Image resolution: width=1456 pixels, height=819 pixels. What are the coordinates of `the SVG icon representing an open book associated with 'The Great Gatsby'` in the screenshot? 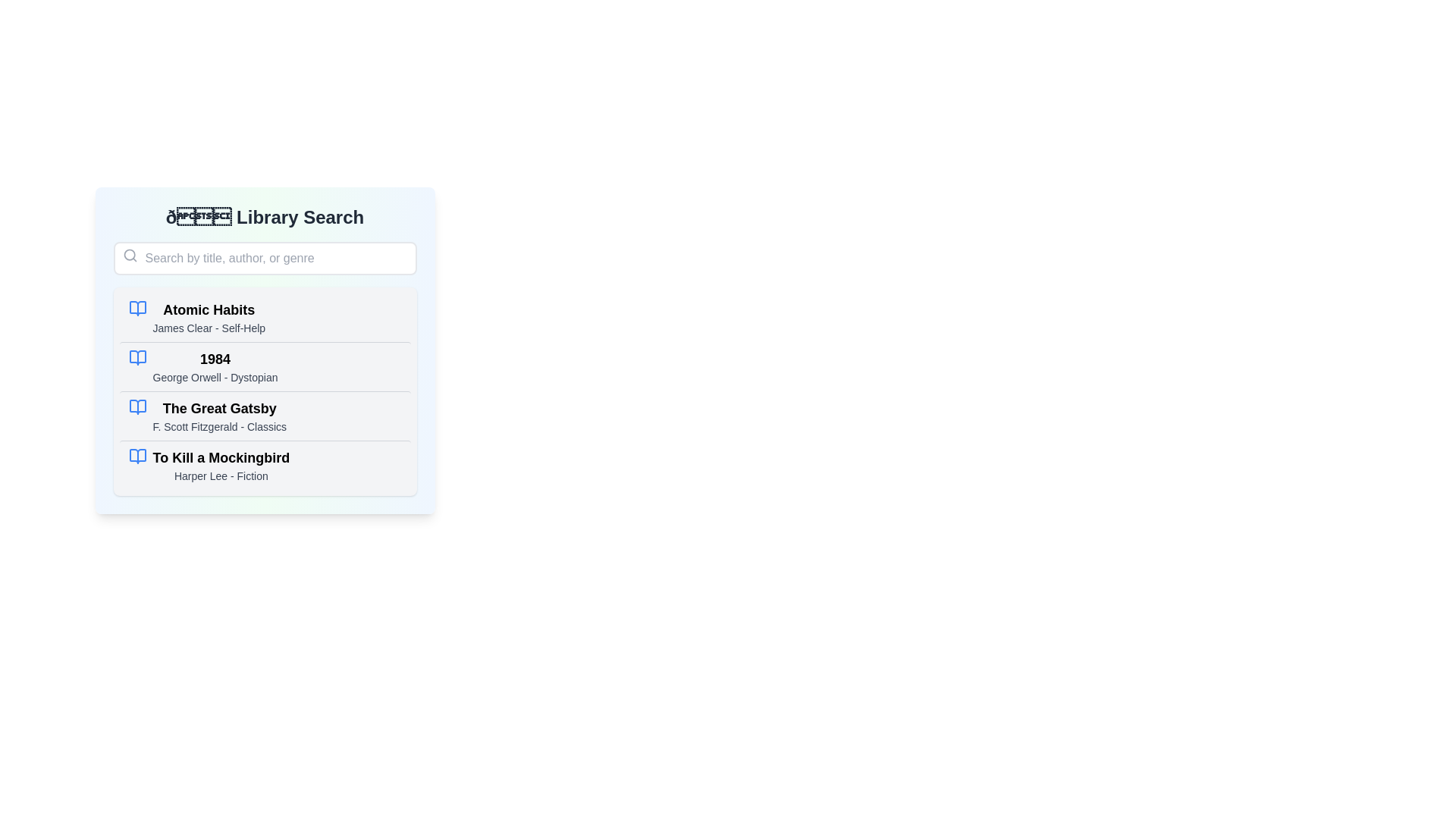 It's located at (137, 406).